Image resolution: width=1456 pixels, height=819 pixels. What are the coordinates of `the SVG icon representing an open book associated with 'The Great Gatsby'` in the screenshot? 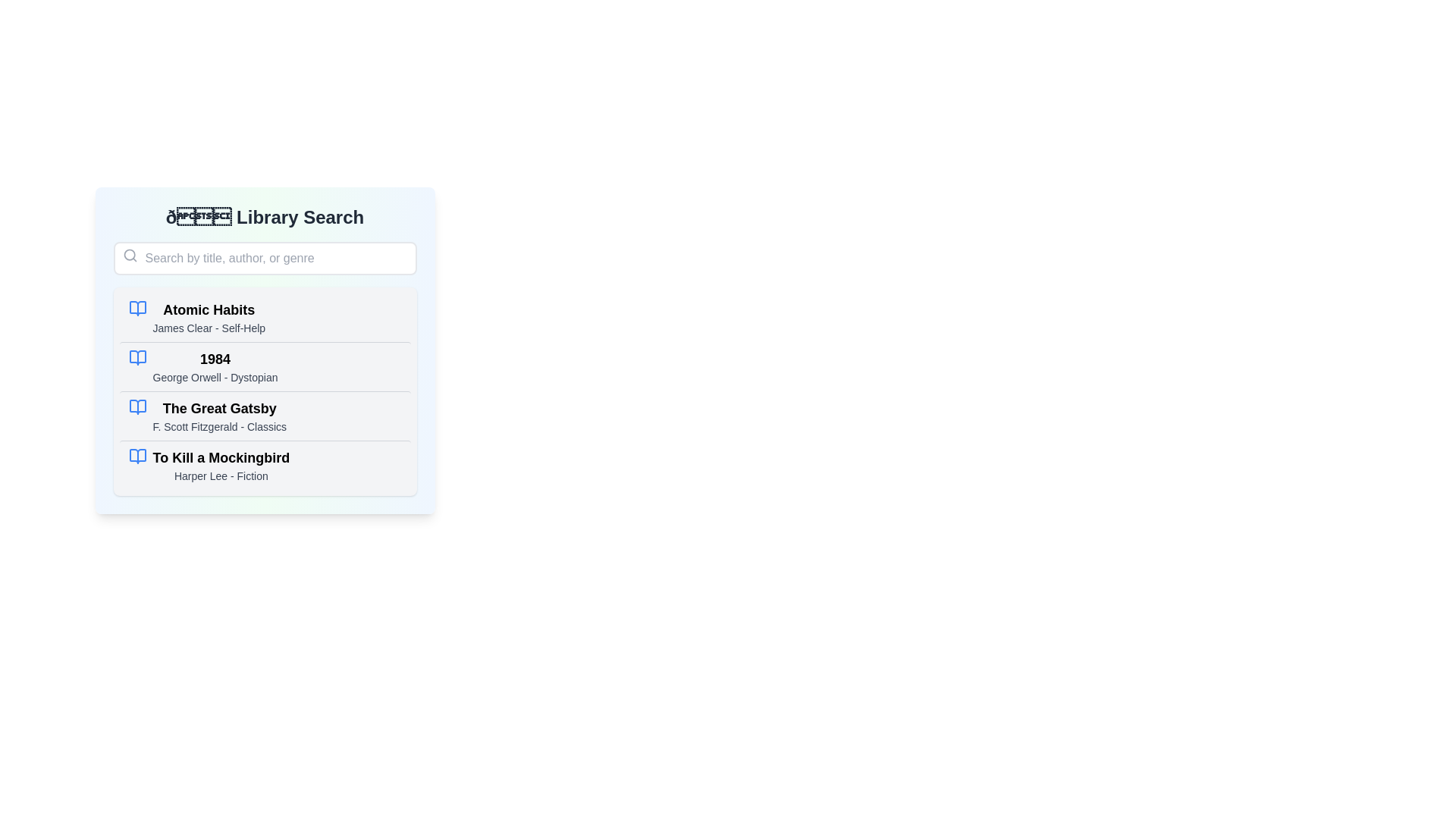 It's located at (137, 406).